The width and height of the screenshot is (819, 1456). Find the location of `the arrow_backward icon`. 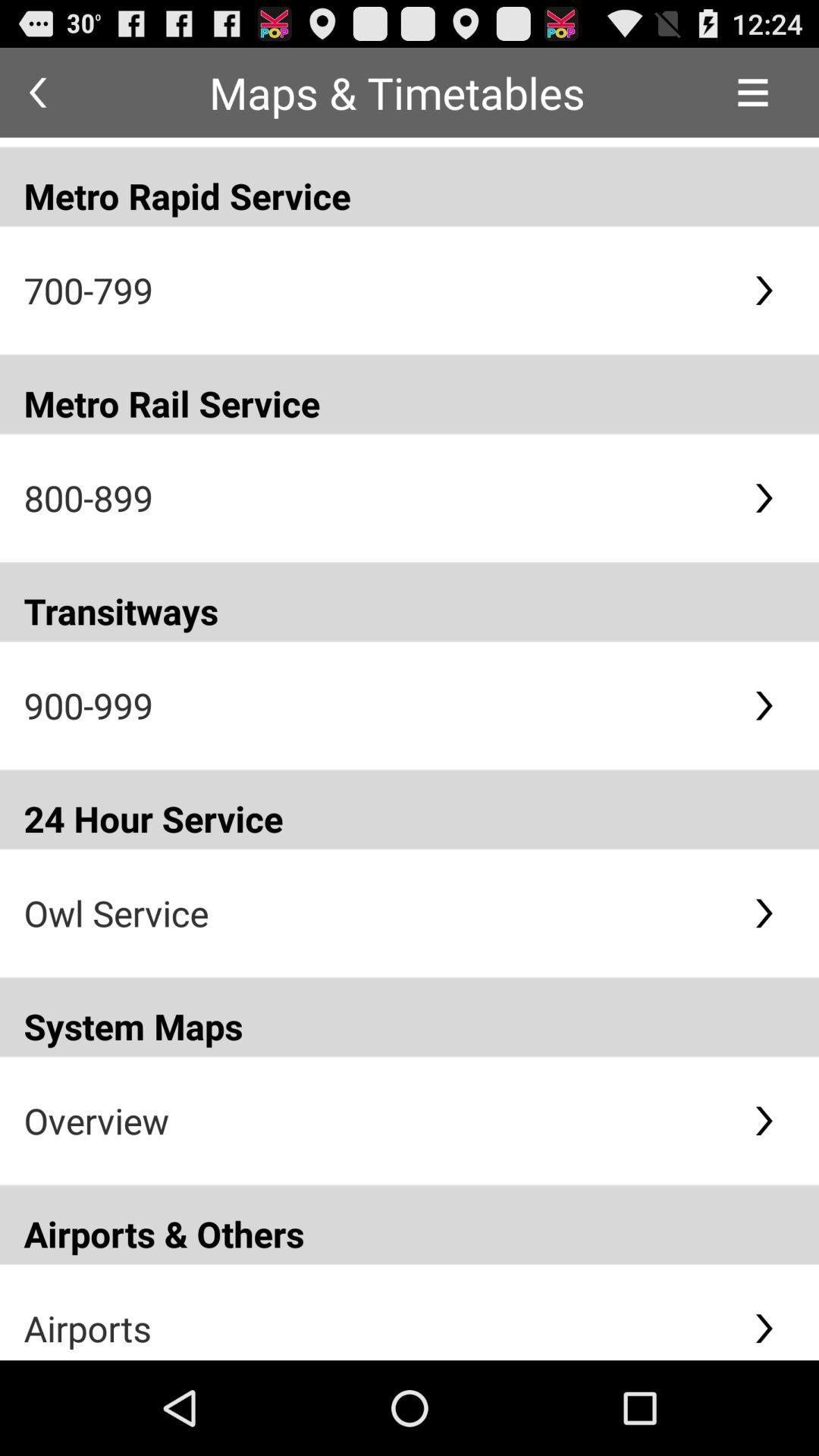

the arrow_backward icon is located at coordinates (36, 98).